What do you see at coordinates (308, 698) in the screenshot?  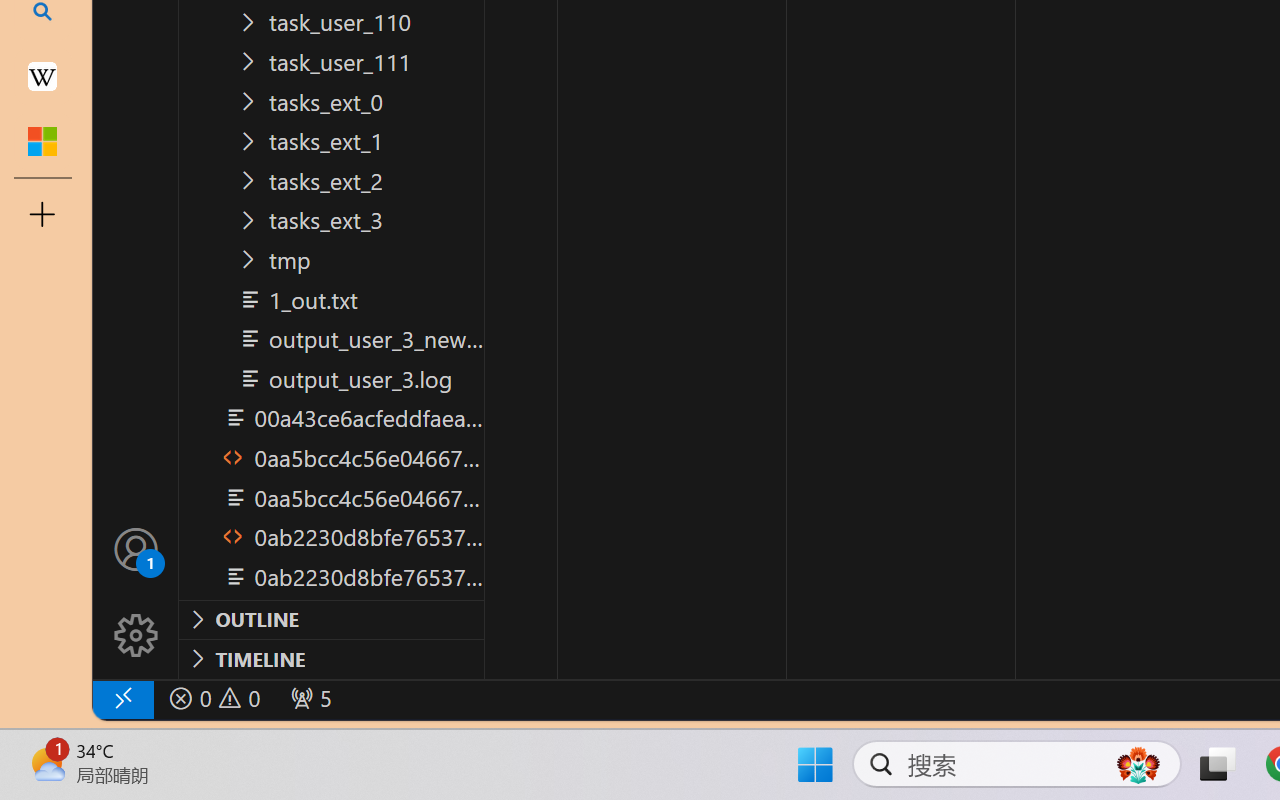 I see `'Forwarded Ports: 36301, 47065, 38781, 45817, 50331'` at bounding box center [308, 698].